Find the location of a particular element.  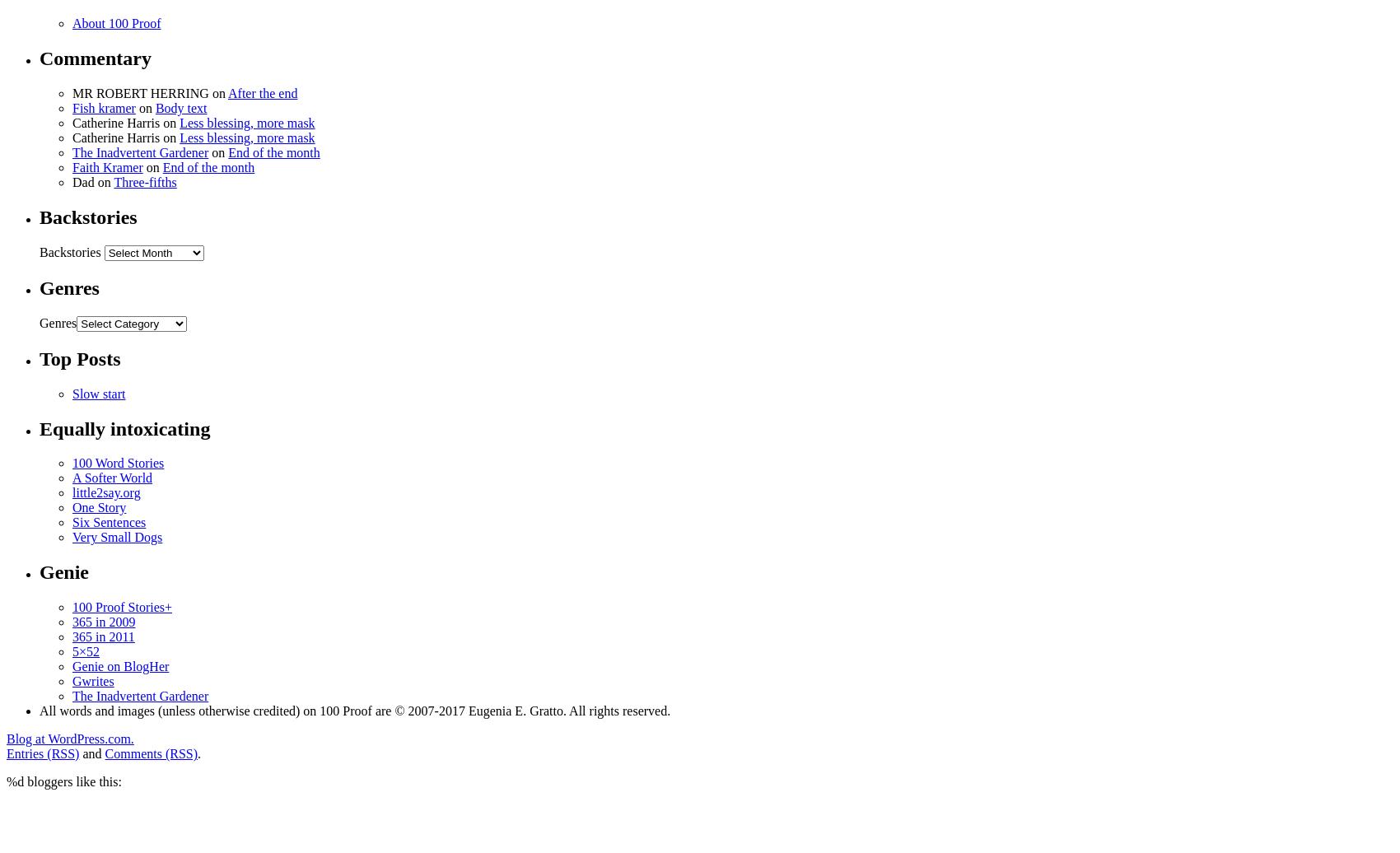

'About 100 Proof' is located at coordinates (115, 23).